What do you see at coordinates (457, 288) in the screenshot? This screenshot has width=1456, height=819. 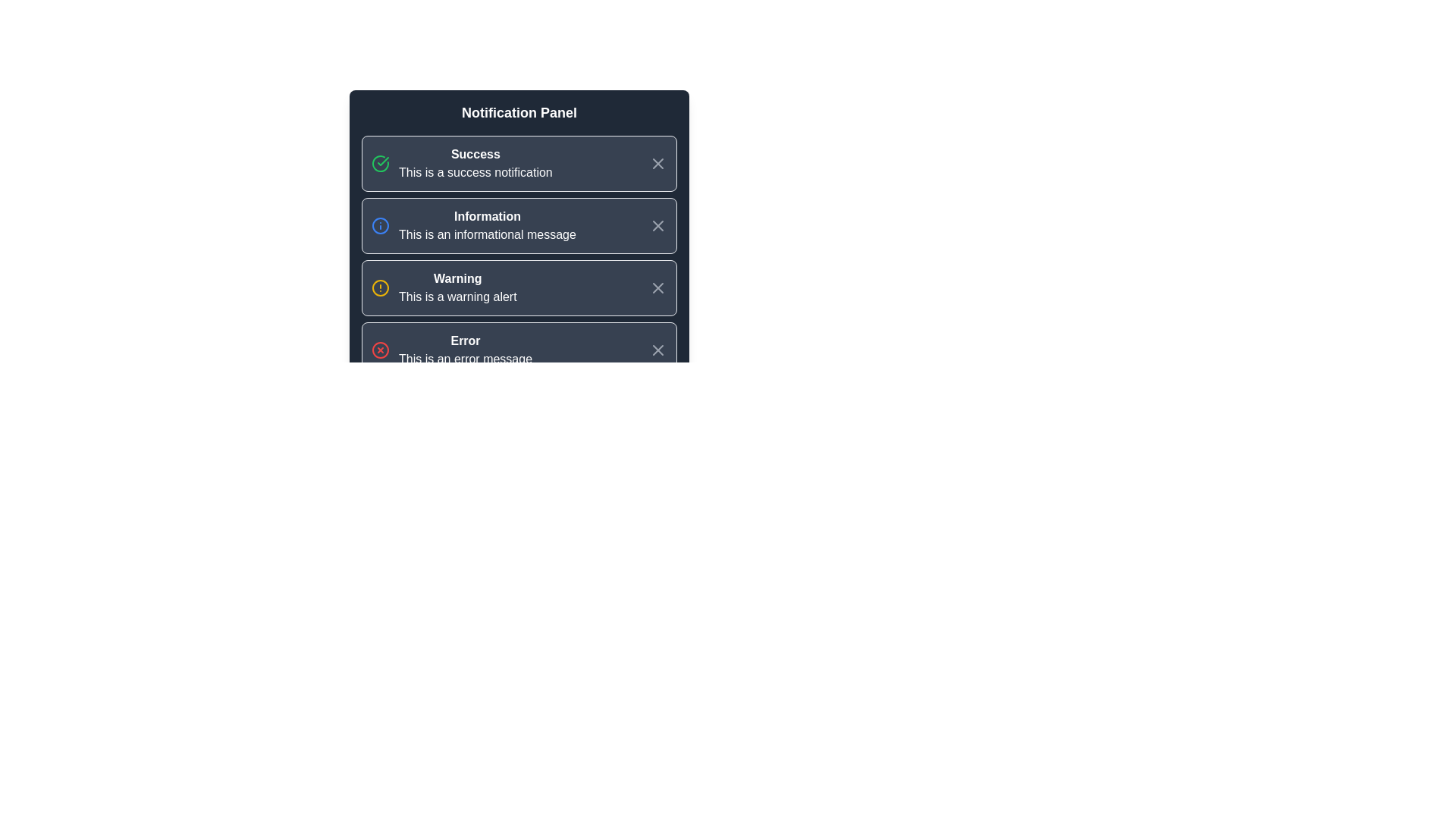 I see `displayed text from the two-line text block labeled 'Warning' within the notification panel, which contains the message 'This is a warning alert'` at bounding box center [457, 288].